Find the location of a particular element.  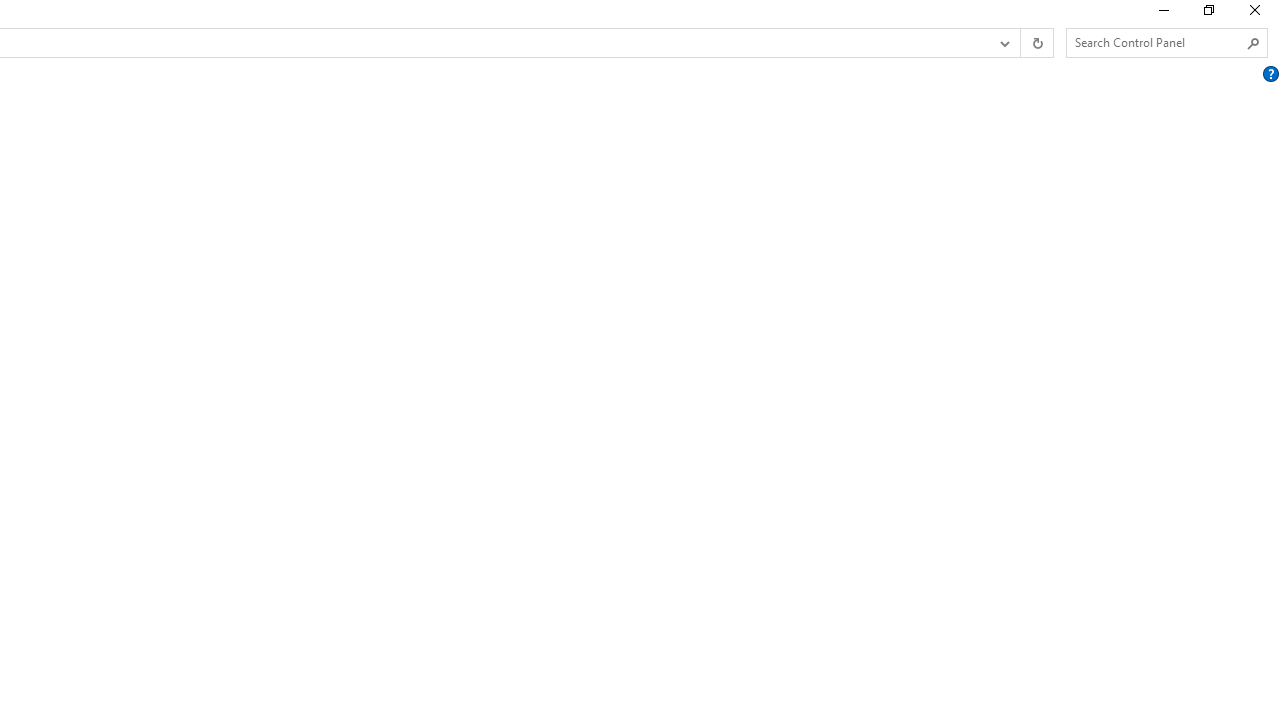

'Address band toolbar' is located at coordinates (1020, 43).